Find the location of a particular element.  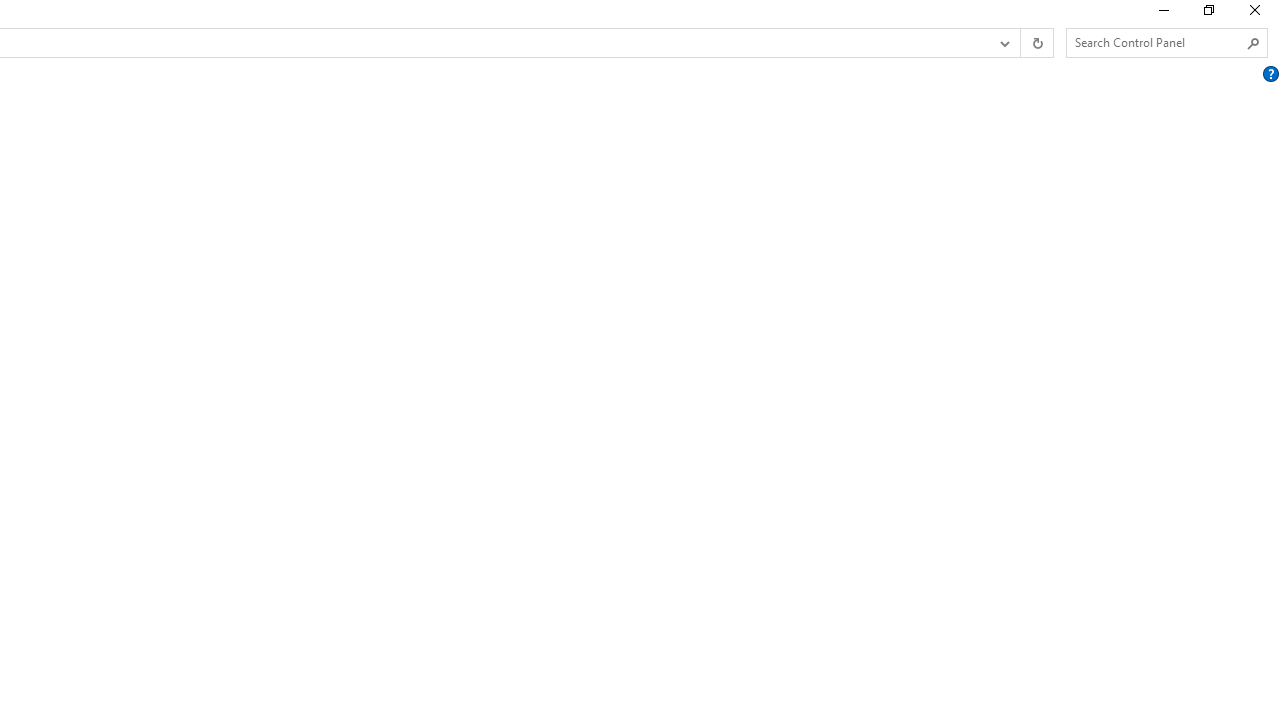

'Address band toolbar' is located at coordinates (1020, 43).